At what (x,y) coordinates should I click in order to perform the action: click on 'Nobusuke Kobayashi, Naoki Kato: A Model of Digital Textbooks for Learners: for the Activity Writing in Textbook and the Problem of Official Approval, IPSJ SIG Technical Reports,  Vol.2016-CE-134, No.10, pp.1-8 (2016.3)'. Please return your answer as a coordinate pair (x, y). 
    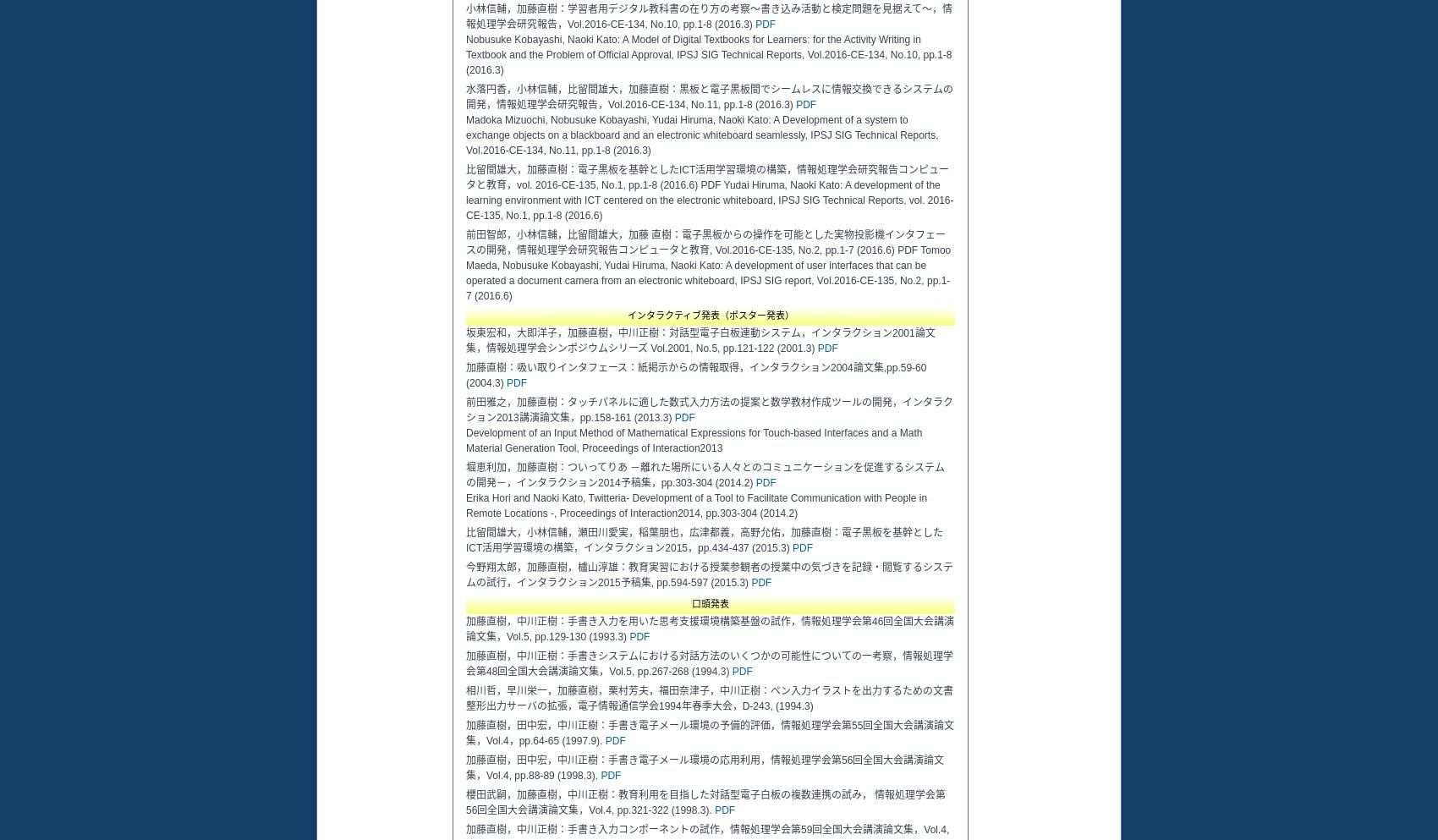
    Looking at the image, I should click on (707, 55).